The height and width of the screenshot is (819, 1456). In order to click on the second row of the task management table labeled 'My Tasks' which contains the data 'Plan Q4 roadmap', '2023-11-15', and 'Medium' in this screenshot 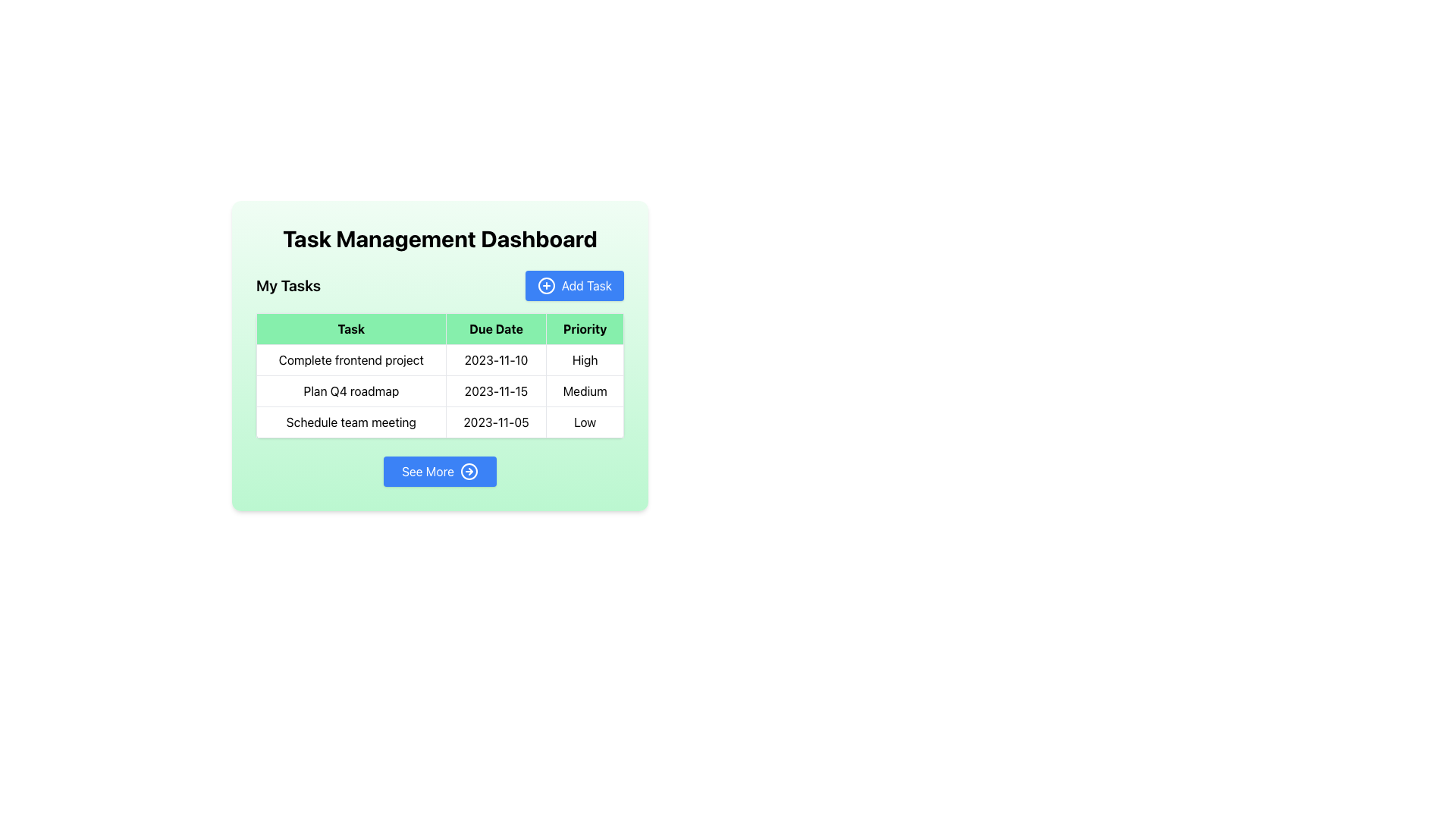, I will do `click(439, 391)`.